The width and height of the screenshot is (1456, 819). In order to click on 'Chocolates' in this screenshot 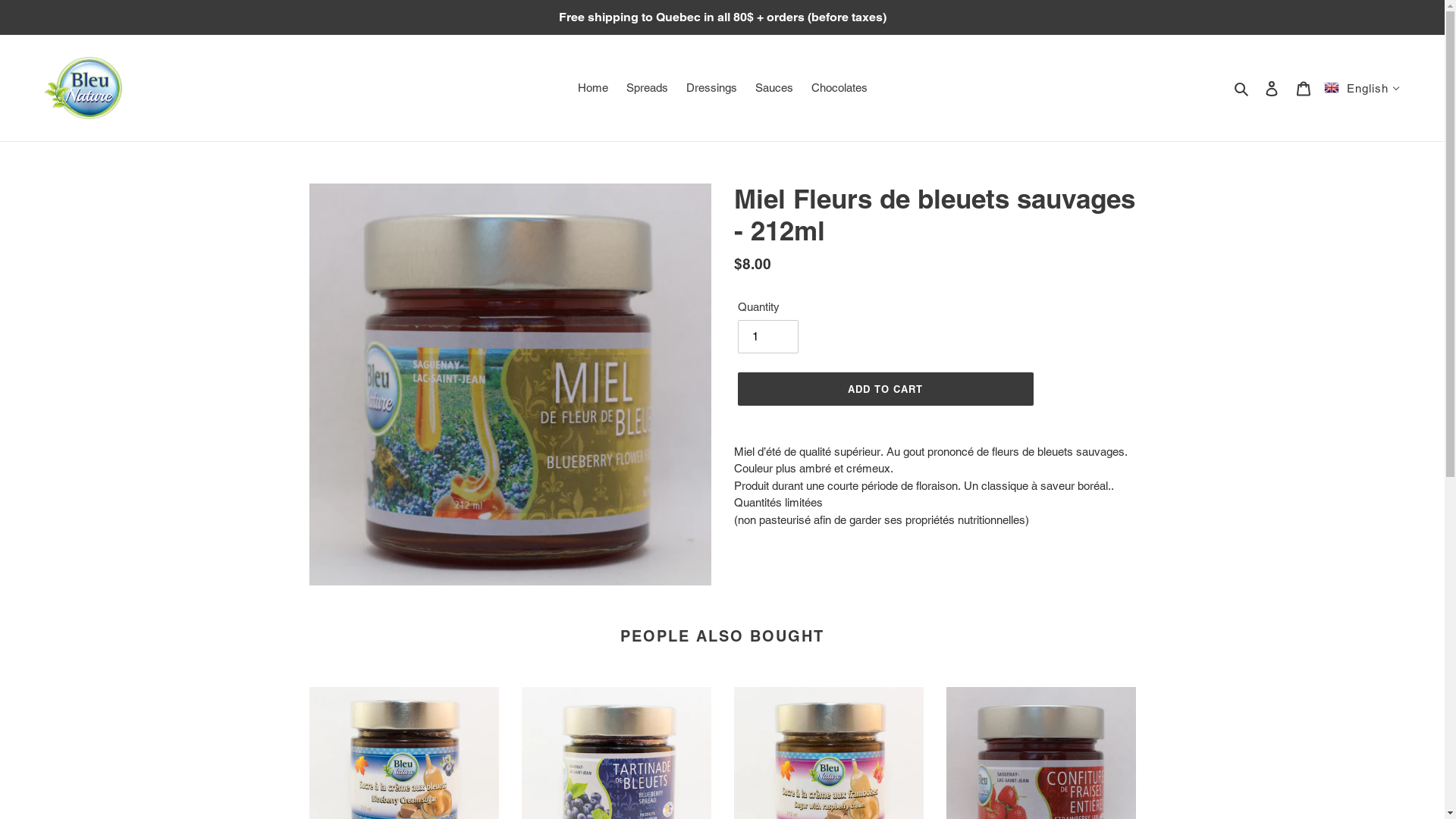, I will do `click(803, 88)`.